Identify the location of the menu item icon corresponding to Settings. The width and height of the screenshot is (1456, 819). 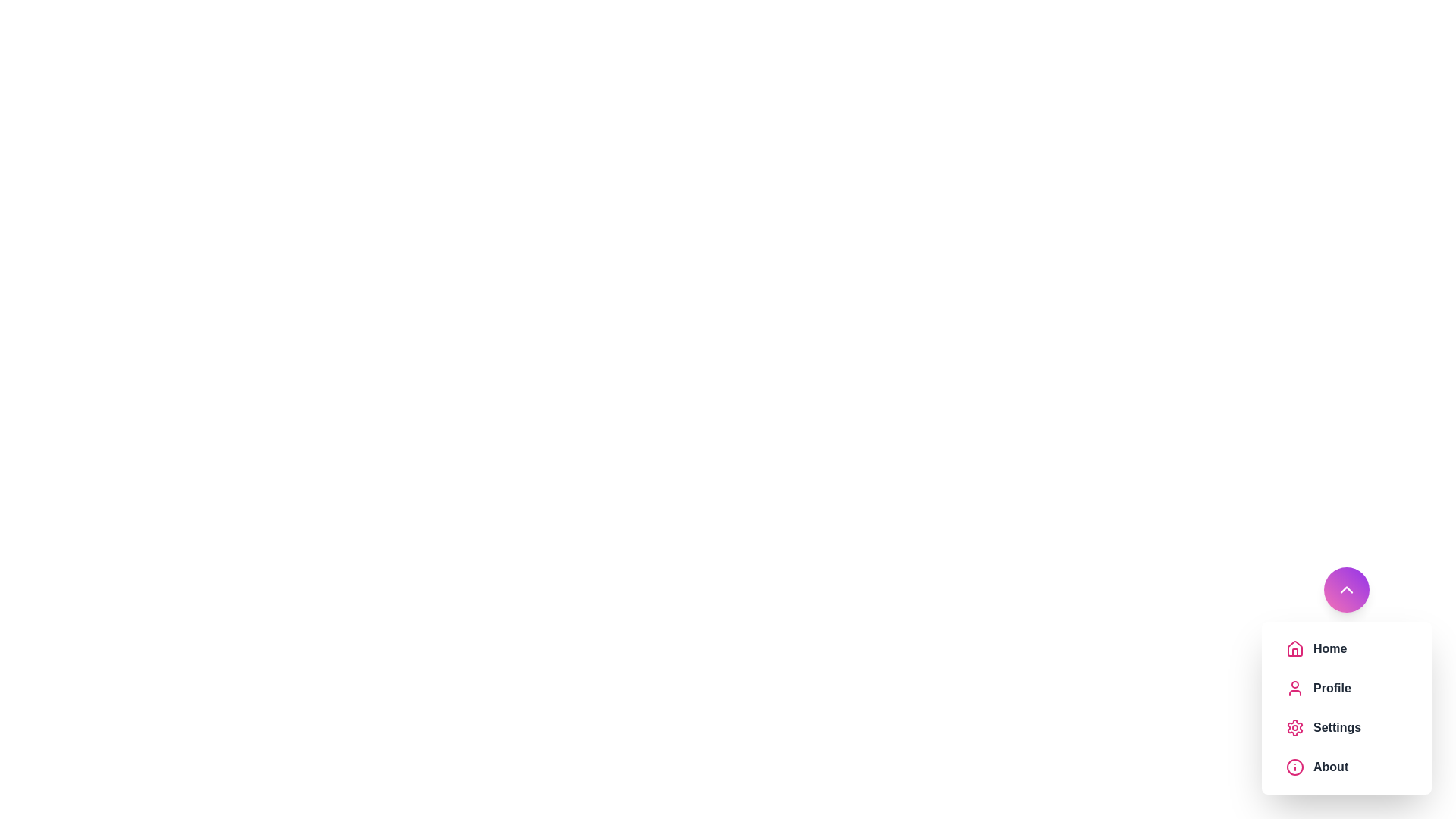
(1294, 727).